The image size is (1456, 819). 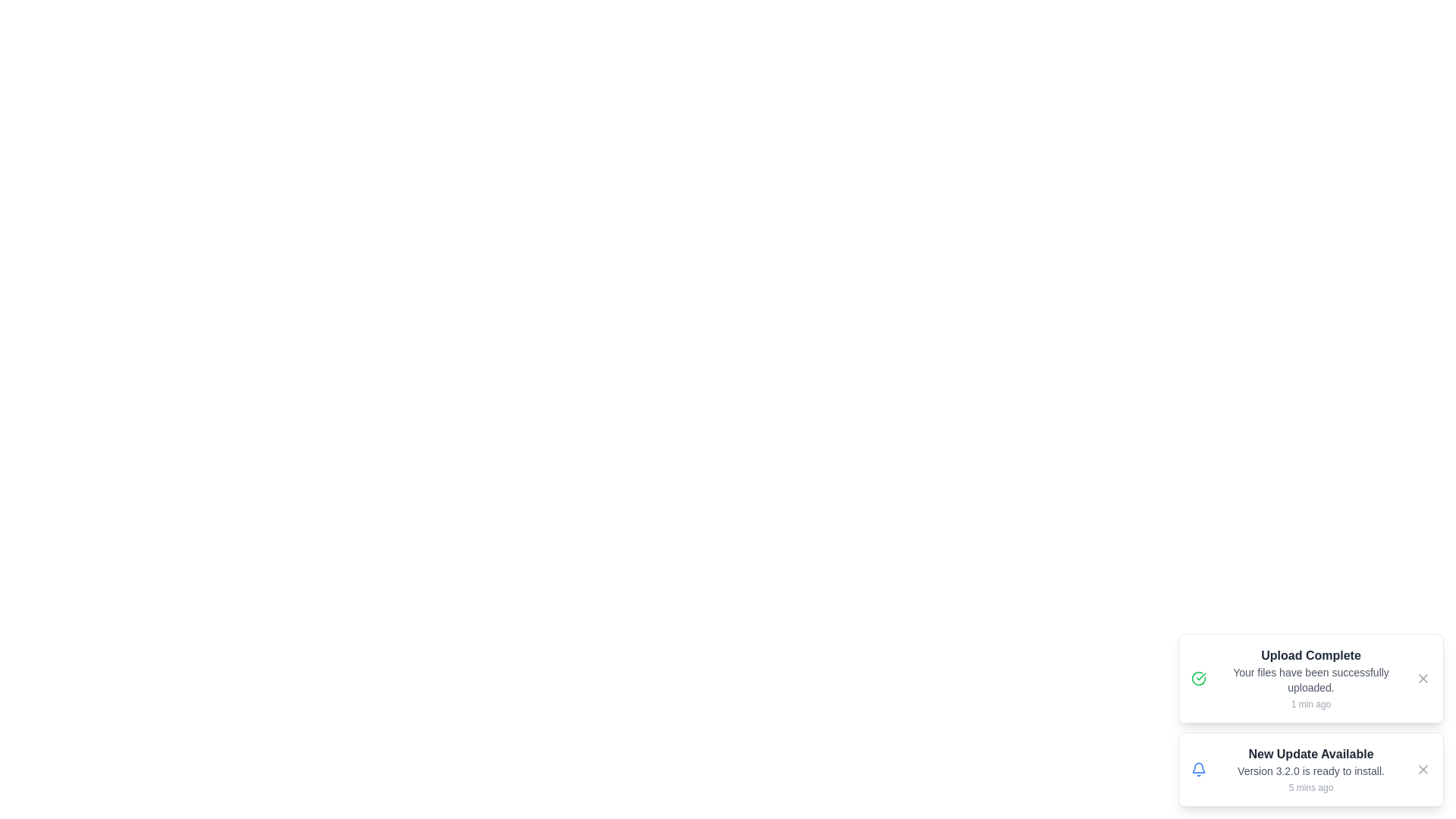 I want to click on the close button with an 'X' icon located at the top-right corner of the notification card, so click(x=1422, y=677).